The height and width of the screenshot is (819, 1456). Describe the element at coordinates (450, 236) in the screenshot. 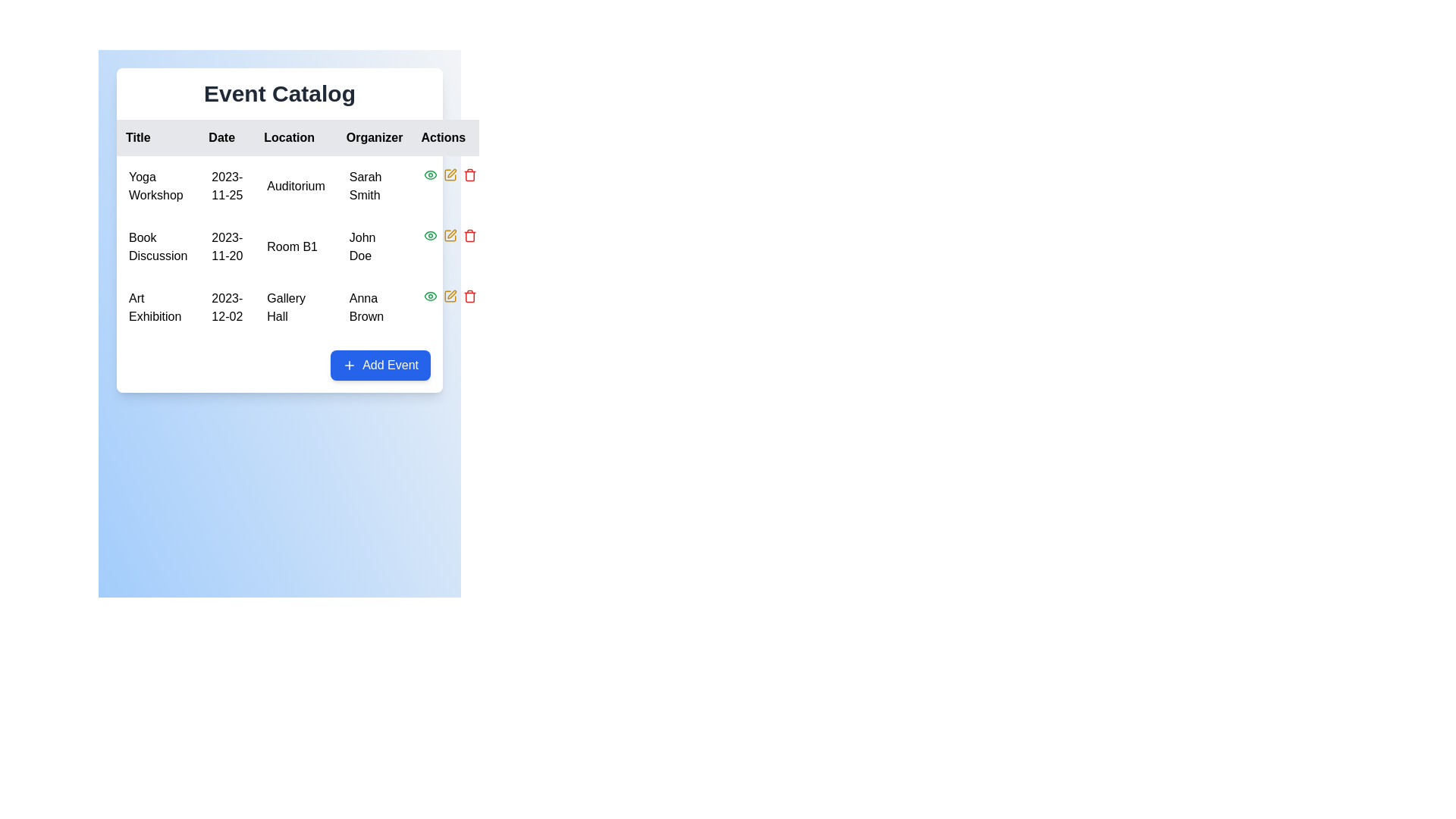

I see `the pencil icon in the 'Actions' column for the 'Book Discussion' row to initiate editing the event` at that location.